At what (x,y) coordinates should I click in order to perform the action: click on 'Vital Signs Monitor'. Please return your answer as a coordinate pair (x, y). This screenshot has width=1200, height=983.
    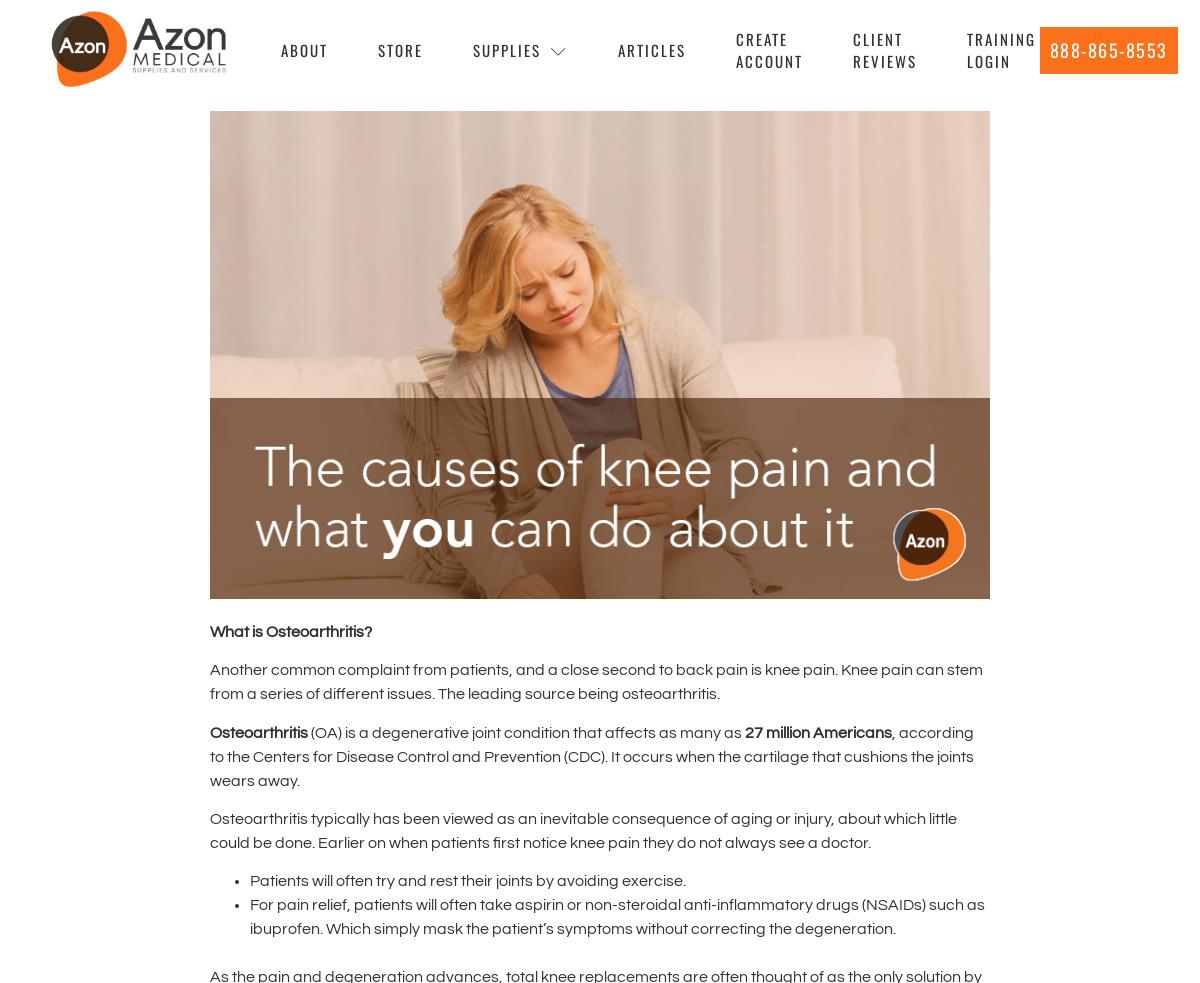
    Looking at the image, I should click on (551, 367).